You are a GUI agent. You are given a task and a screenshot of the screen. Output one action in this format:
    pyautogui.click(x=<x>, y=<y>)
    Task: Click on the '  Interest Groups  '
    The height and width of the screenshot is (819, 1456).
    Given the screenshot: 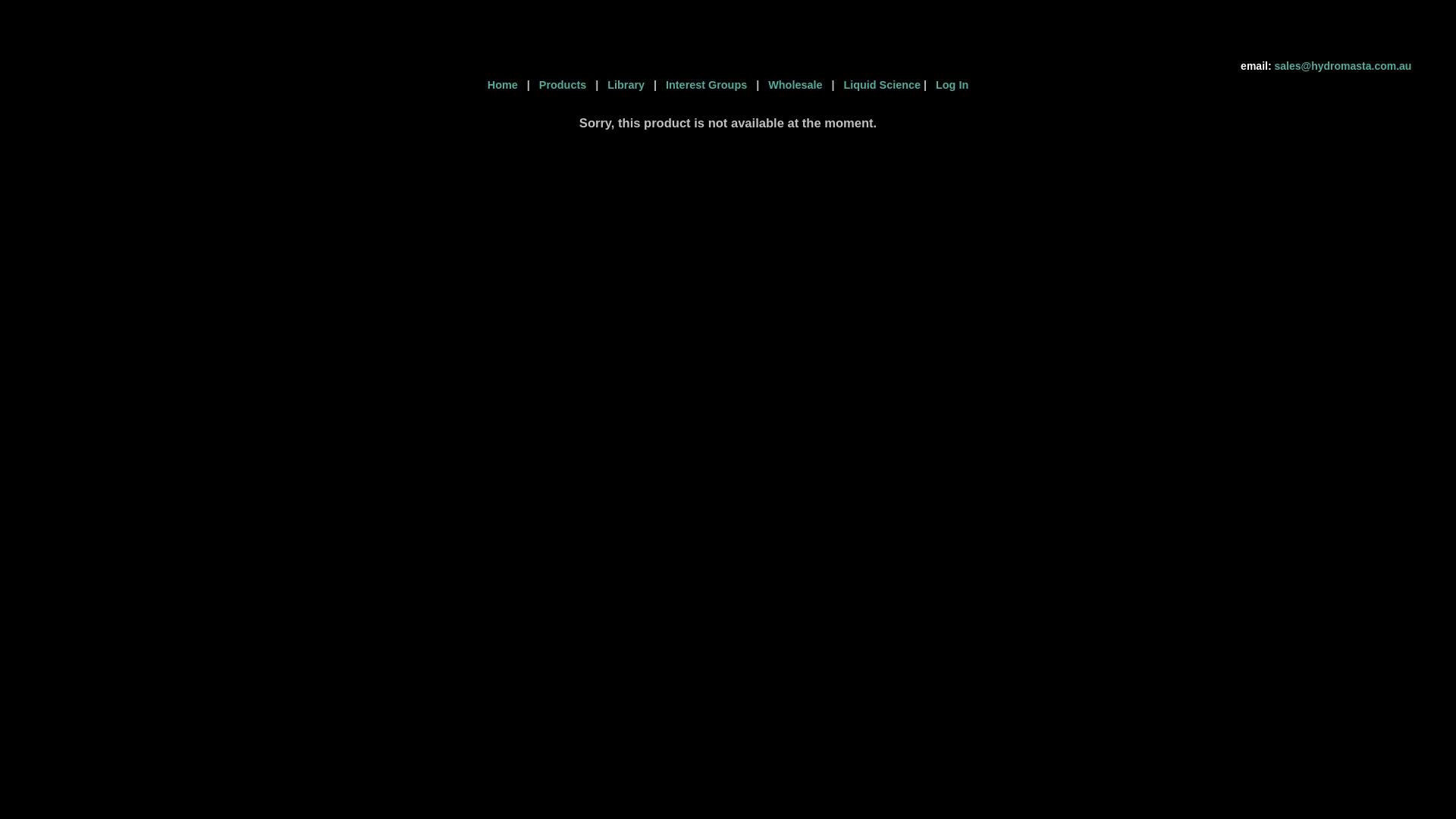 What is the action you would take?
    pyautogui.click(x=705, y=84)
    